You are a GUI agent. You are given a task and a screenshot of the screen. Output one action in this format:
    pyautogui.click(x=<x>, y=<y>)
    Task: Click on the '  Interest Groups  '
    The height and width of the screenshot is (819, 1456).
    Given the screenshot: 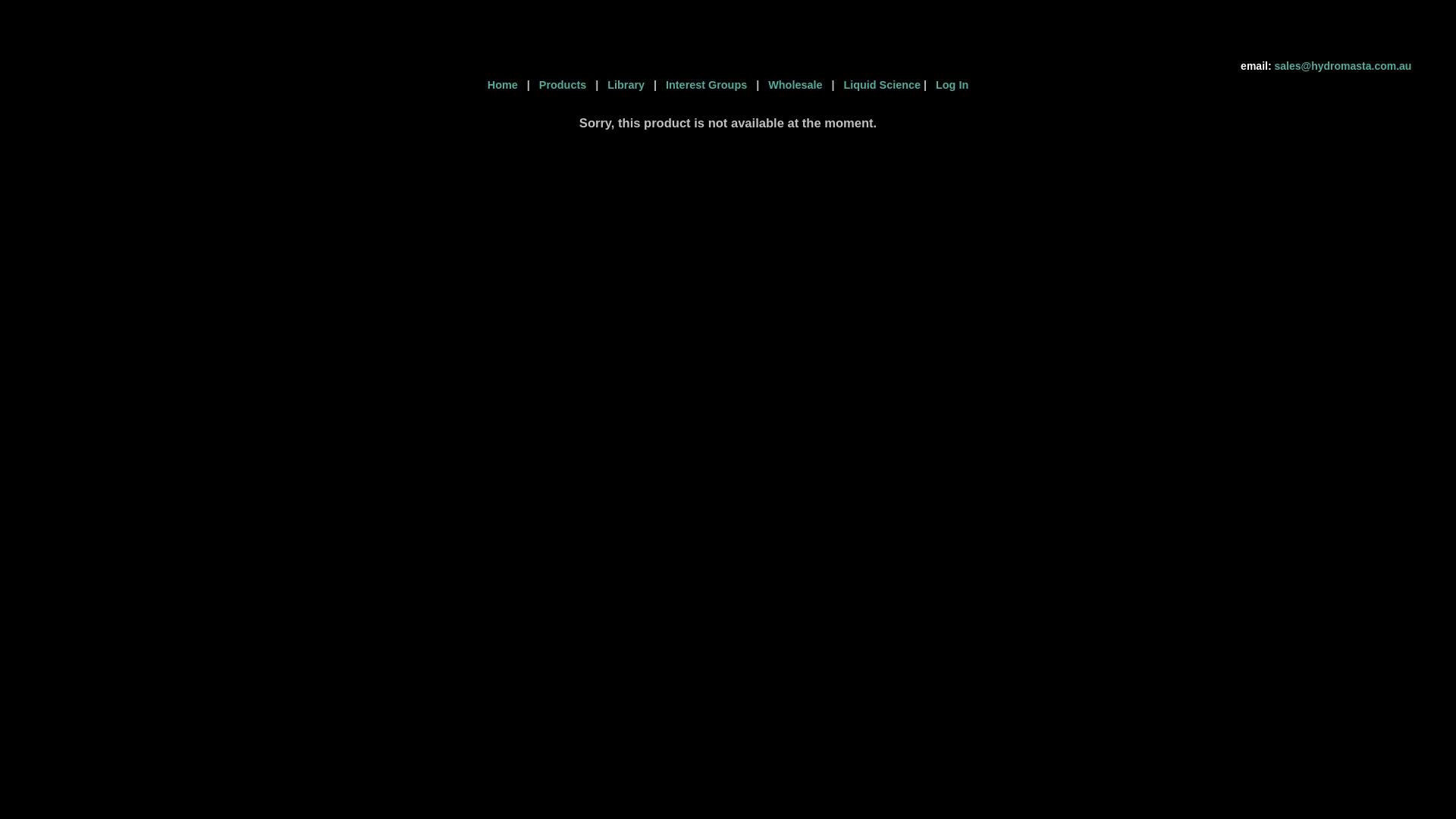 What is the action you would take?
    pyautogui.click(x=705, y=84)
    